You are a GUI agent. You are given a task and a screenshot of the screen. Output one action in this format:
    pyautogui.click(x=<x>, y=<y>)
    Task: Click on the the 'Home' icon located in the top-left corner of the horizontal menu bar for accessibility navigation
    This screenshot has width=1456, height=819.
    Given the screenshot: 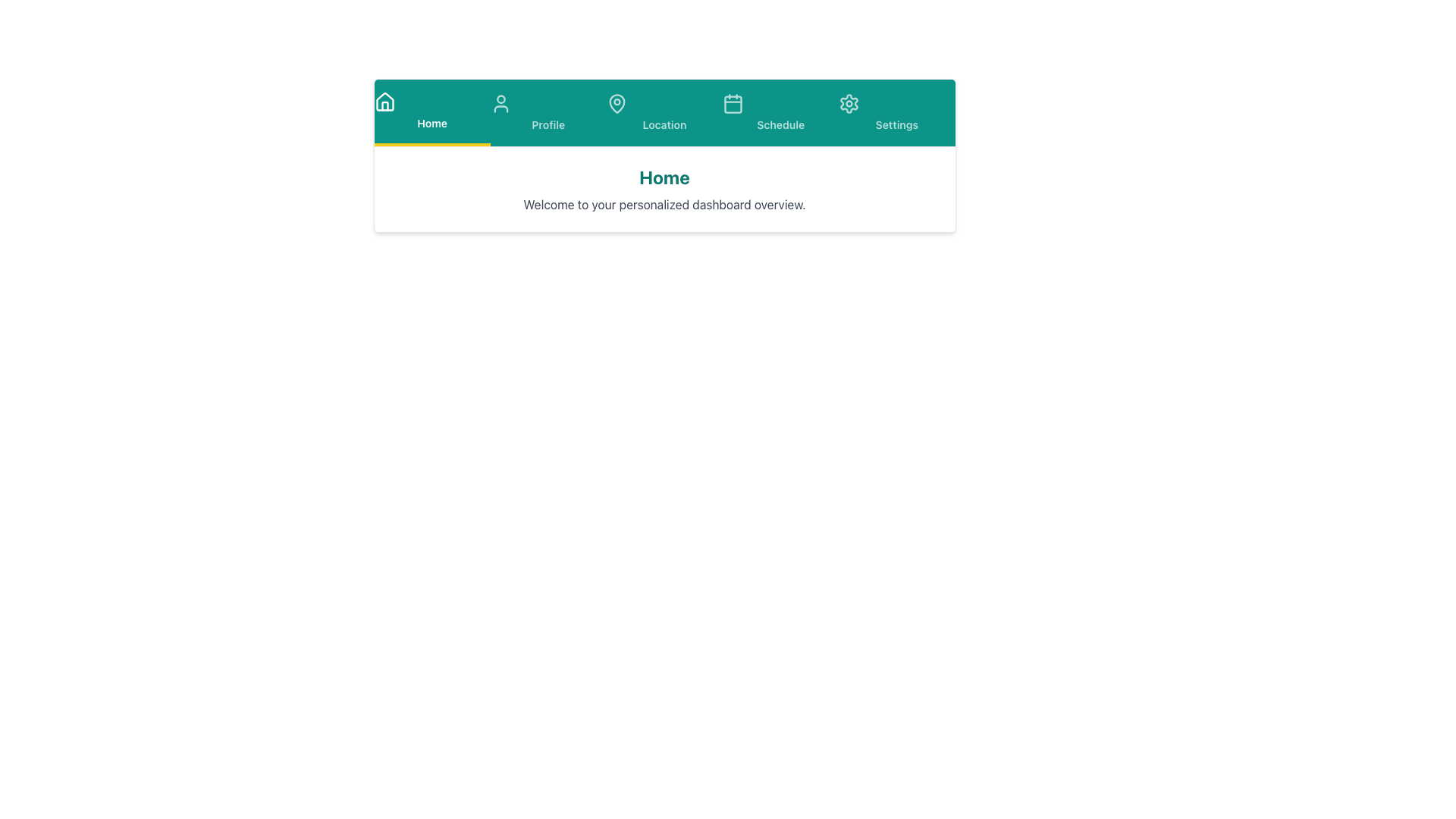 What is the action you would take?
    pyautogui.click(x=384, y=102)
    